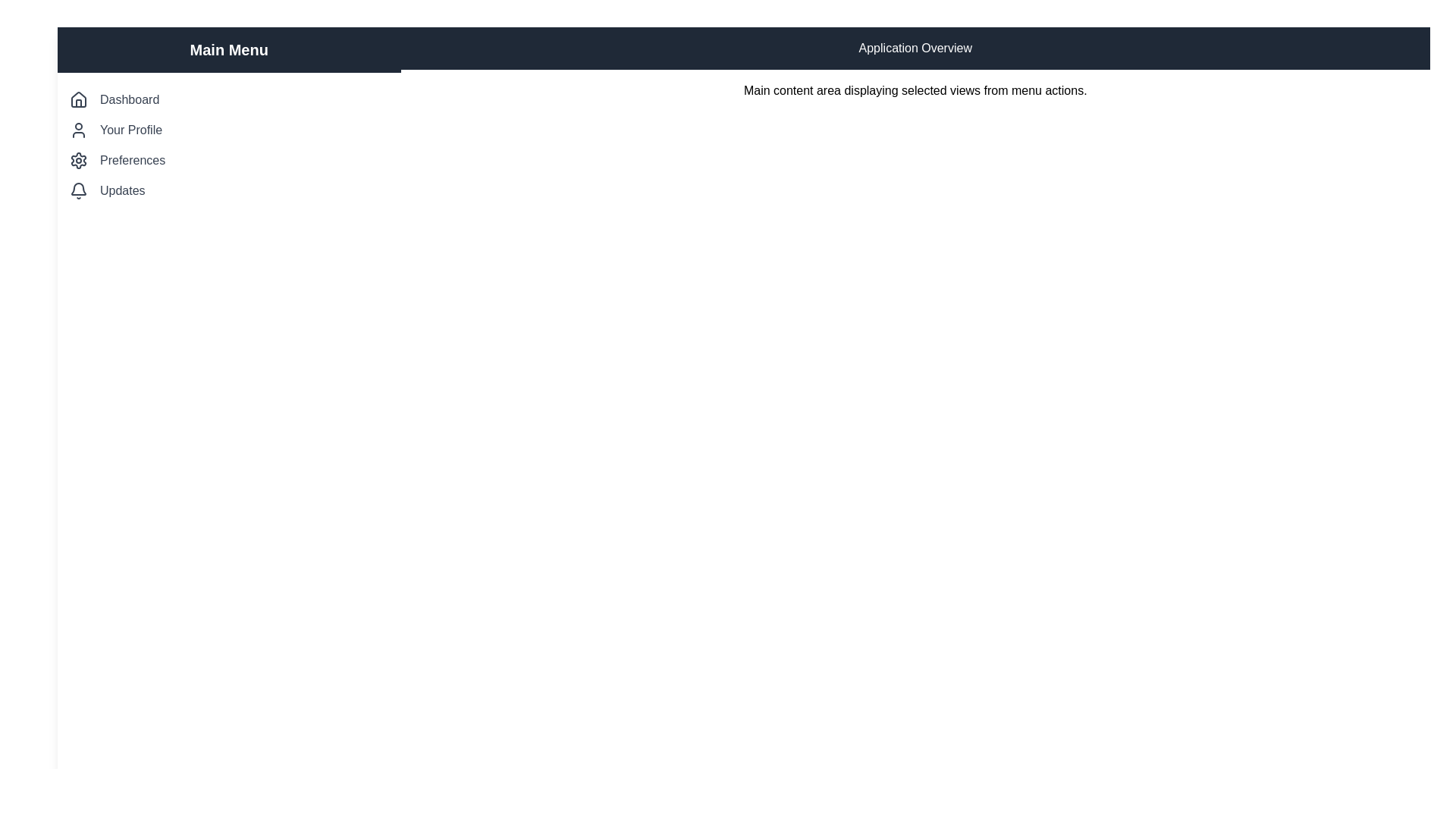 This screenshot has width=1456, height=819. What do you see at coordinates (228, 130) in the screenshot?
I see `the second menu item labeled 'Your Profile' in the vertical 'Main Menu'` at bounding box center [228, 130].